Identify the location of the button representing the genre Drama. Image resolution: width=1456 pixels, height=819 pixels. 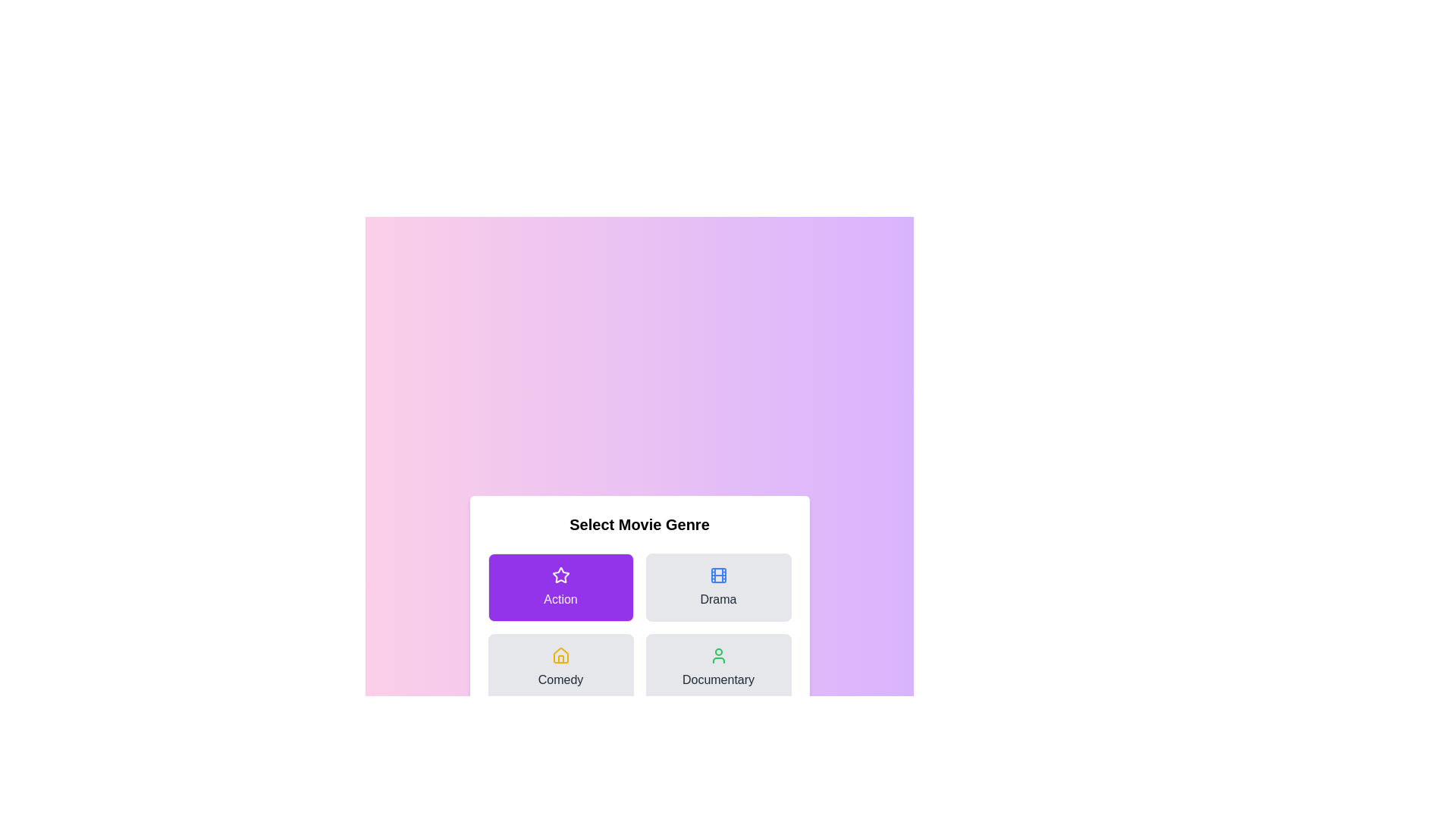
(717, 587).